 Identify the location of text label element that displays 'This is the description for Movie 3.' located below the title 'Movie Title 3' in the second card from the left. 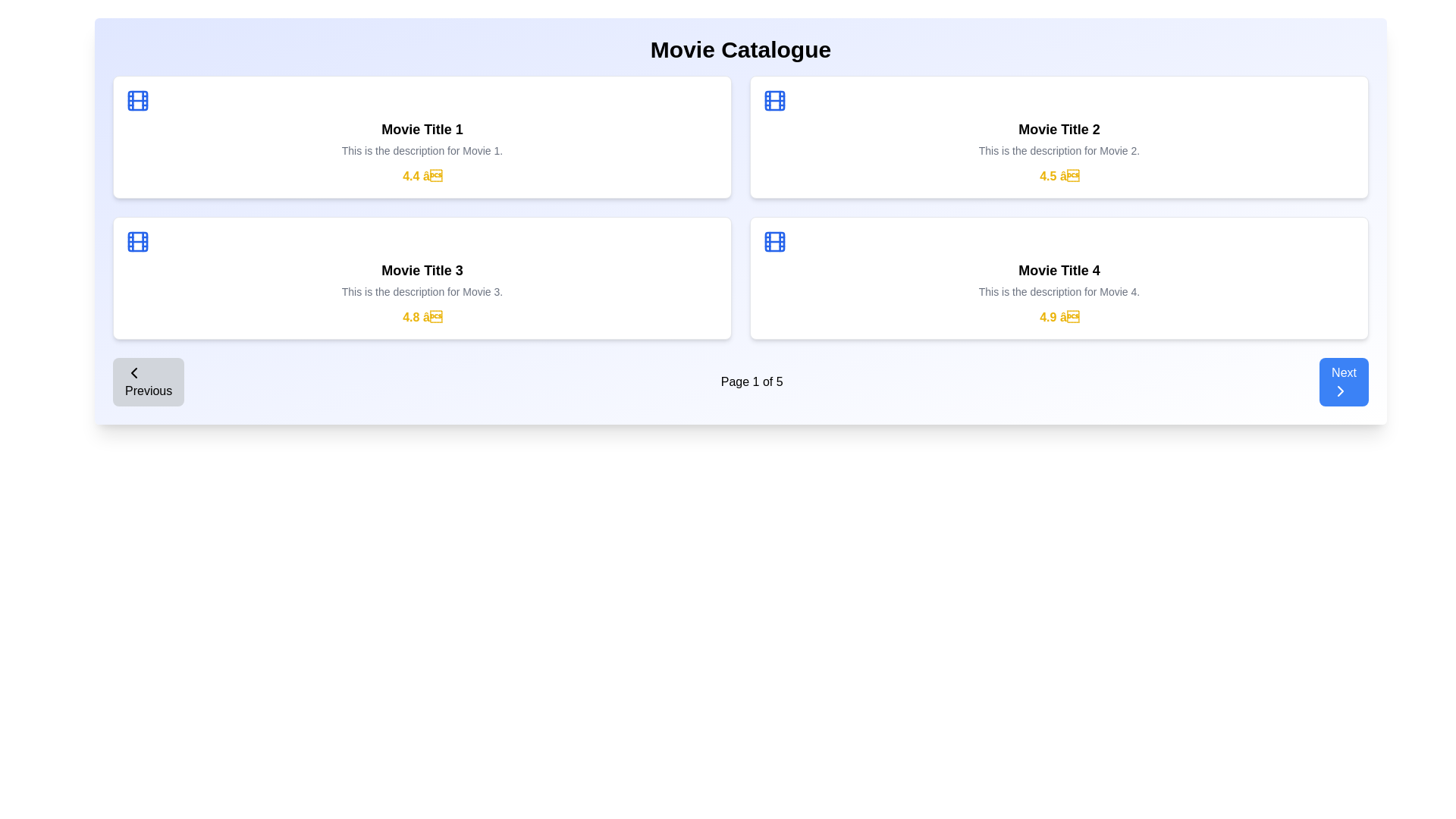
(422, 292).